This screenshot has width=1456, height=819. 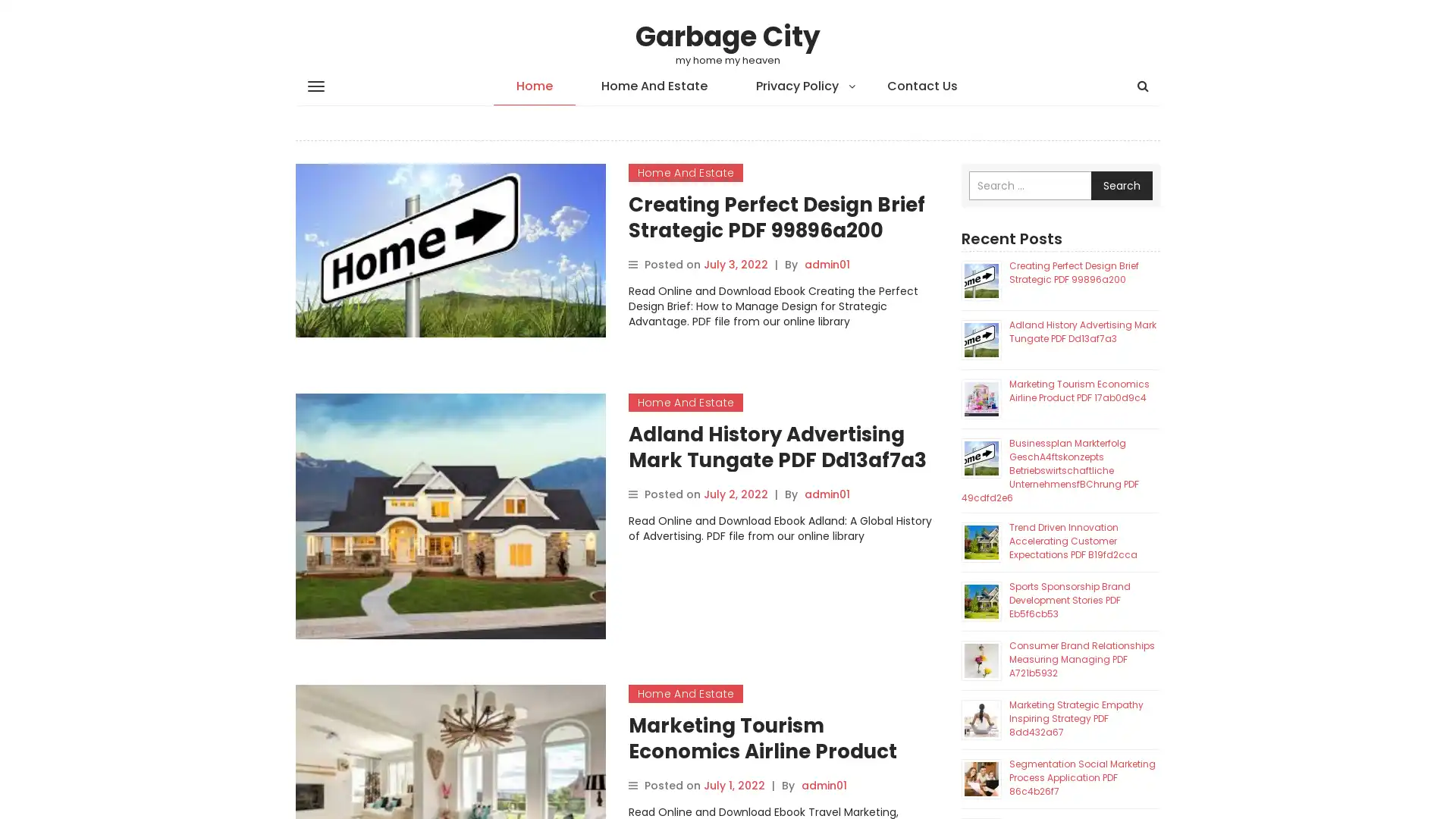 What do you see at coordinates (1122, 185) in the screenshot?
I see `Search` at bounding box center [1122, 185].